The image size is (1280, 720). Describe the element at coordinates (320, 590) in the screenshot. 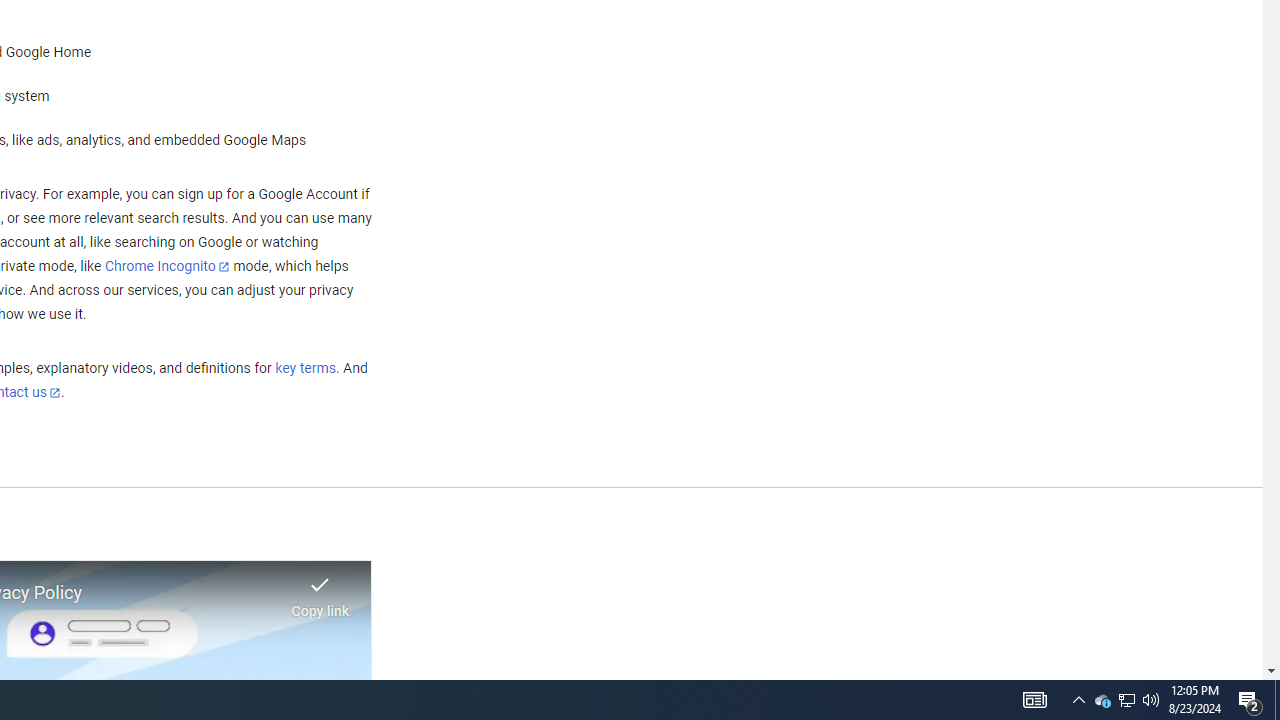

I see `'Link copied to clipboard'` at that location.